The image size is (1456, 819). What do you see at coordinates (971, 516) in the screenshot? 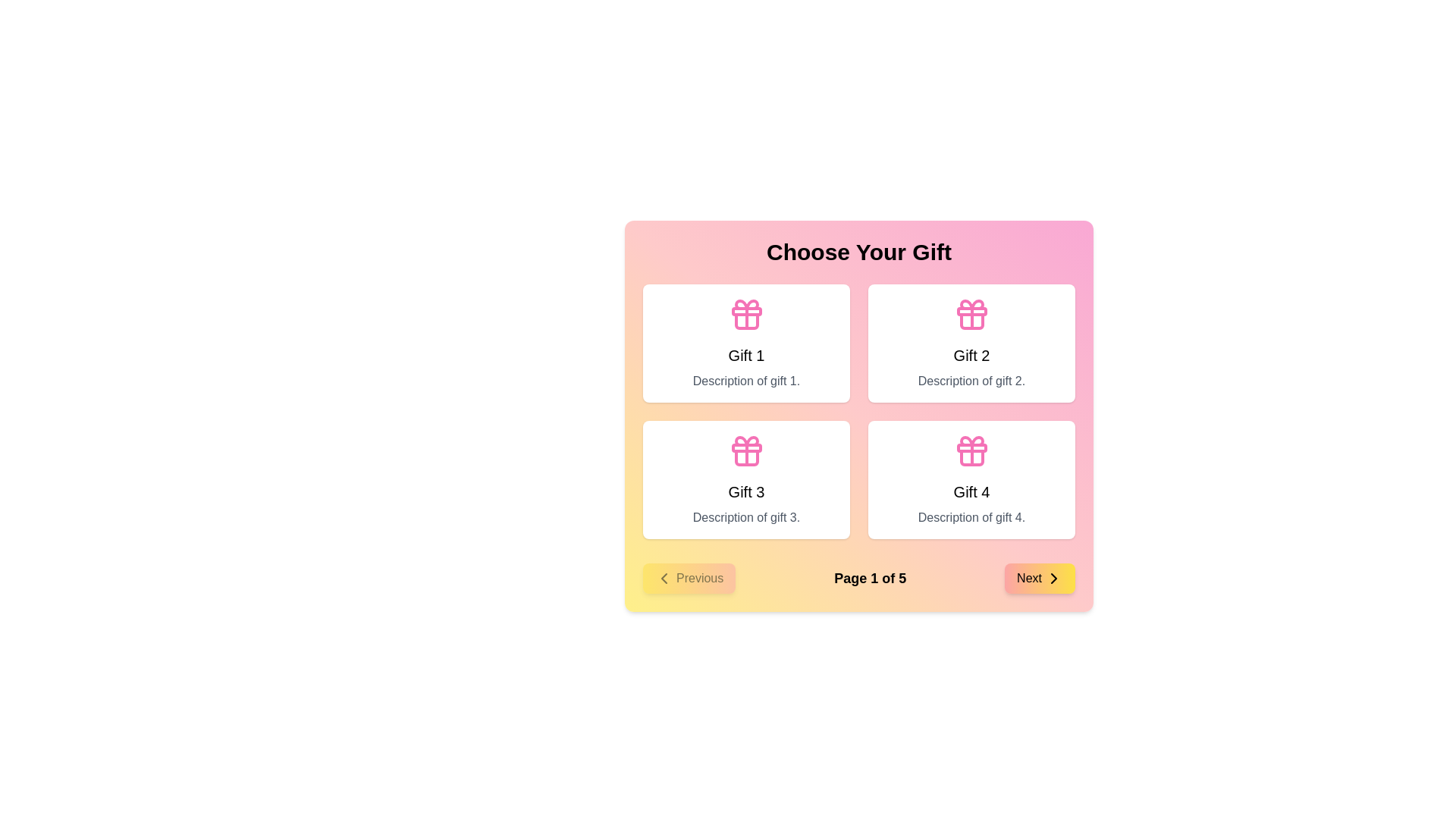
I see `the text label reading 'Description of gift 4.' styled in gray font, located beneath the 'Gift 4' title in the bottom-right card section` at bounding box center [971, 516].